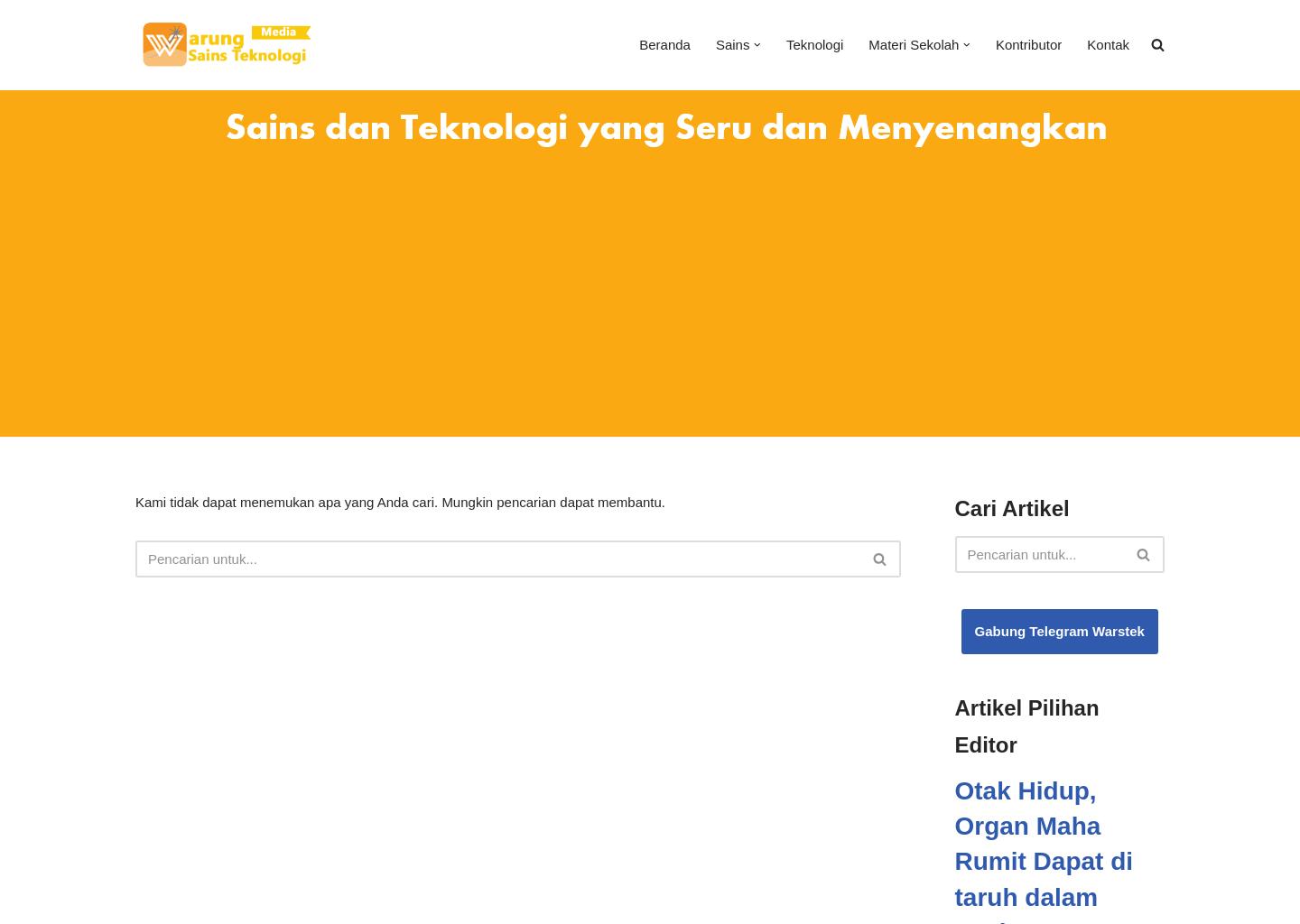  Describe the element at coordinates (663, 43) in the screenshot. I see `'Beranda'` at that location.